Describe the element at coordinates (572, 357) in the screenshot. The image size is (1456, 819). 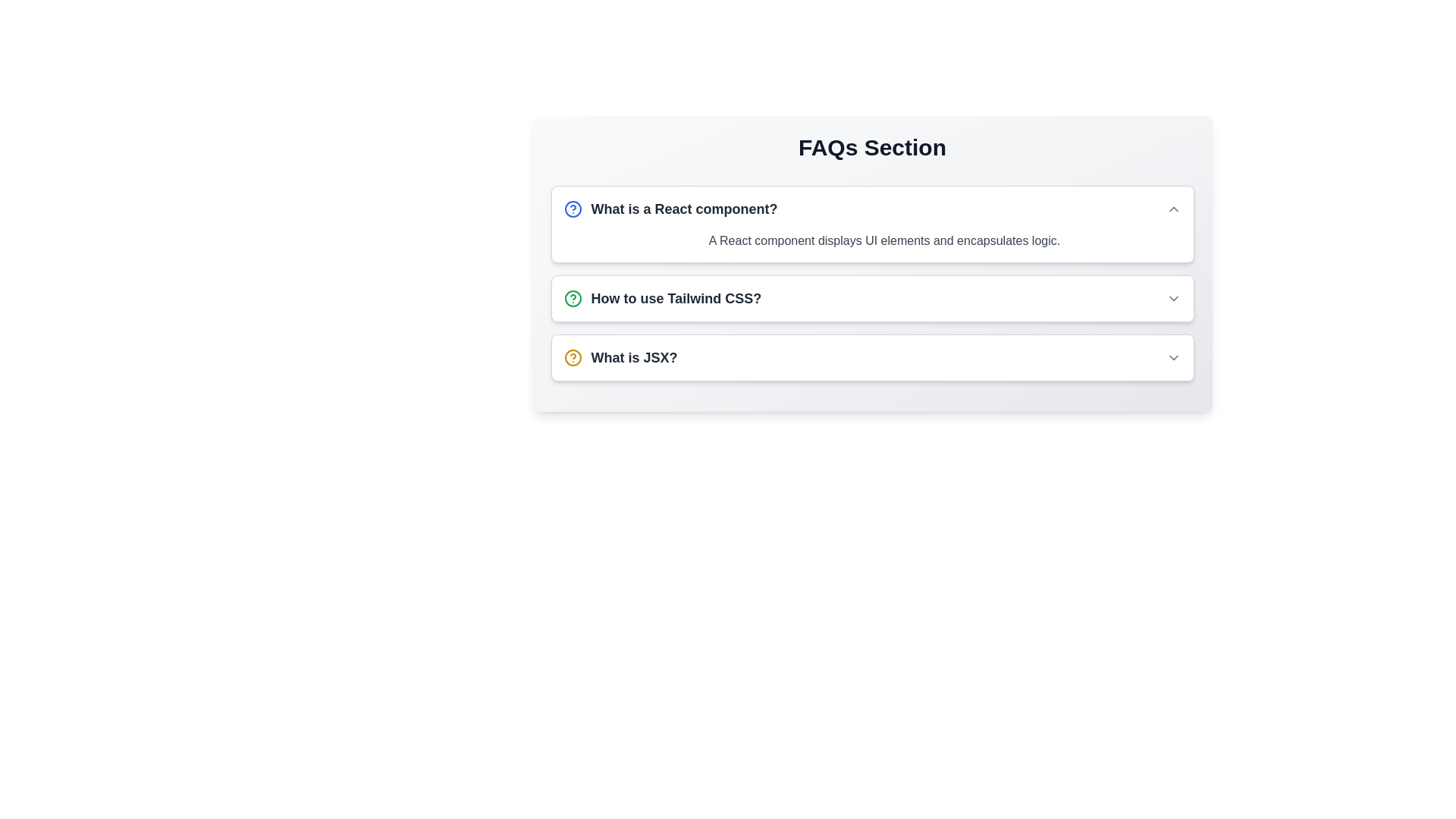
I see `the decorative or informative icon located to the left of the text 'What is JSX?' in the FAQ list` at that location.